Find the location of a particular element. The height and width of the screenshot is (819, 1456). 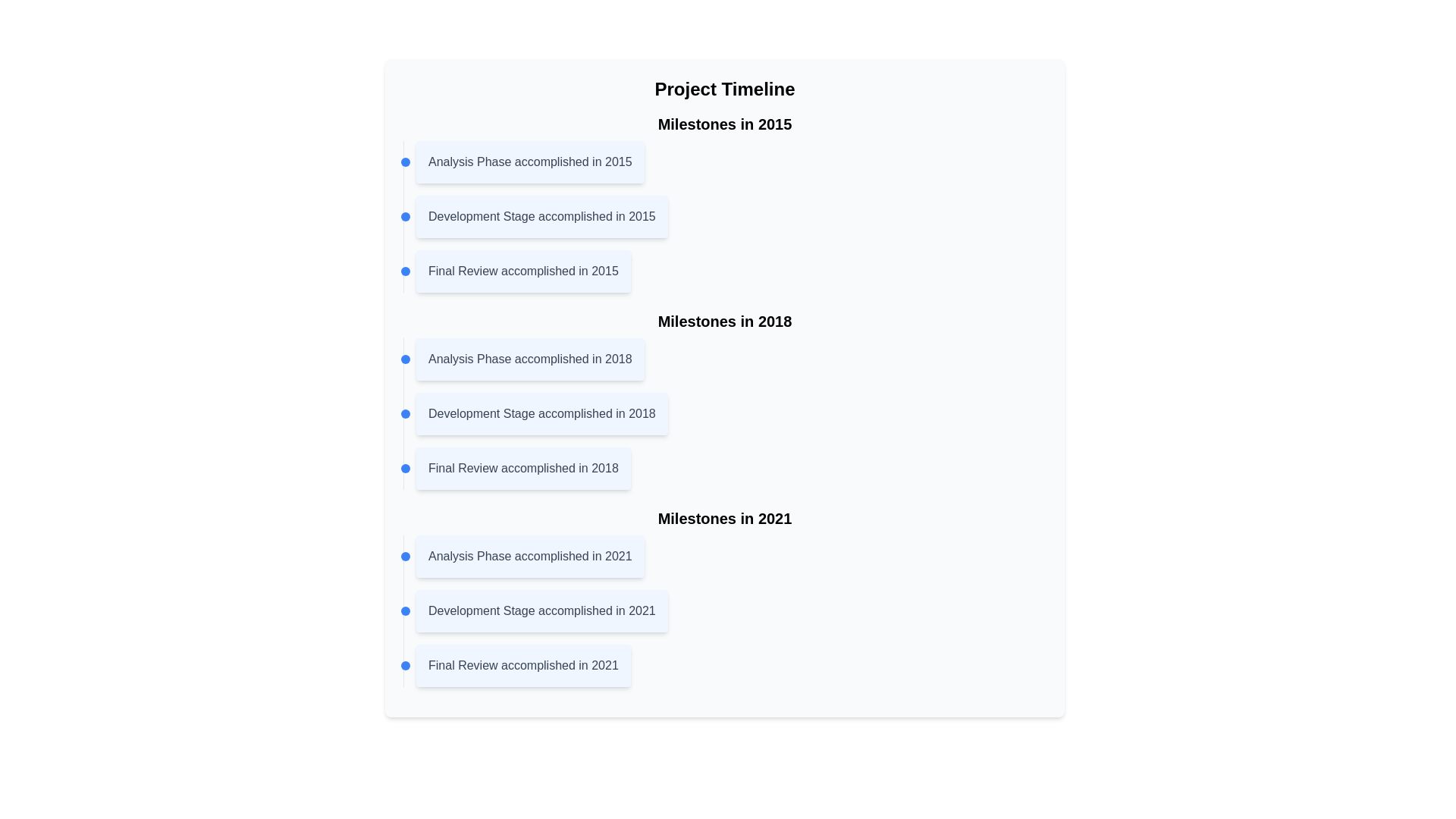

the text box element that provides information about the 'Development Stage accomplished in 2018' event, which is the second item in the list under the 'Milestones in 2018' section of the 'Project Timeline' is located at coordinates (541, 414).